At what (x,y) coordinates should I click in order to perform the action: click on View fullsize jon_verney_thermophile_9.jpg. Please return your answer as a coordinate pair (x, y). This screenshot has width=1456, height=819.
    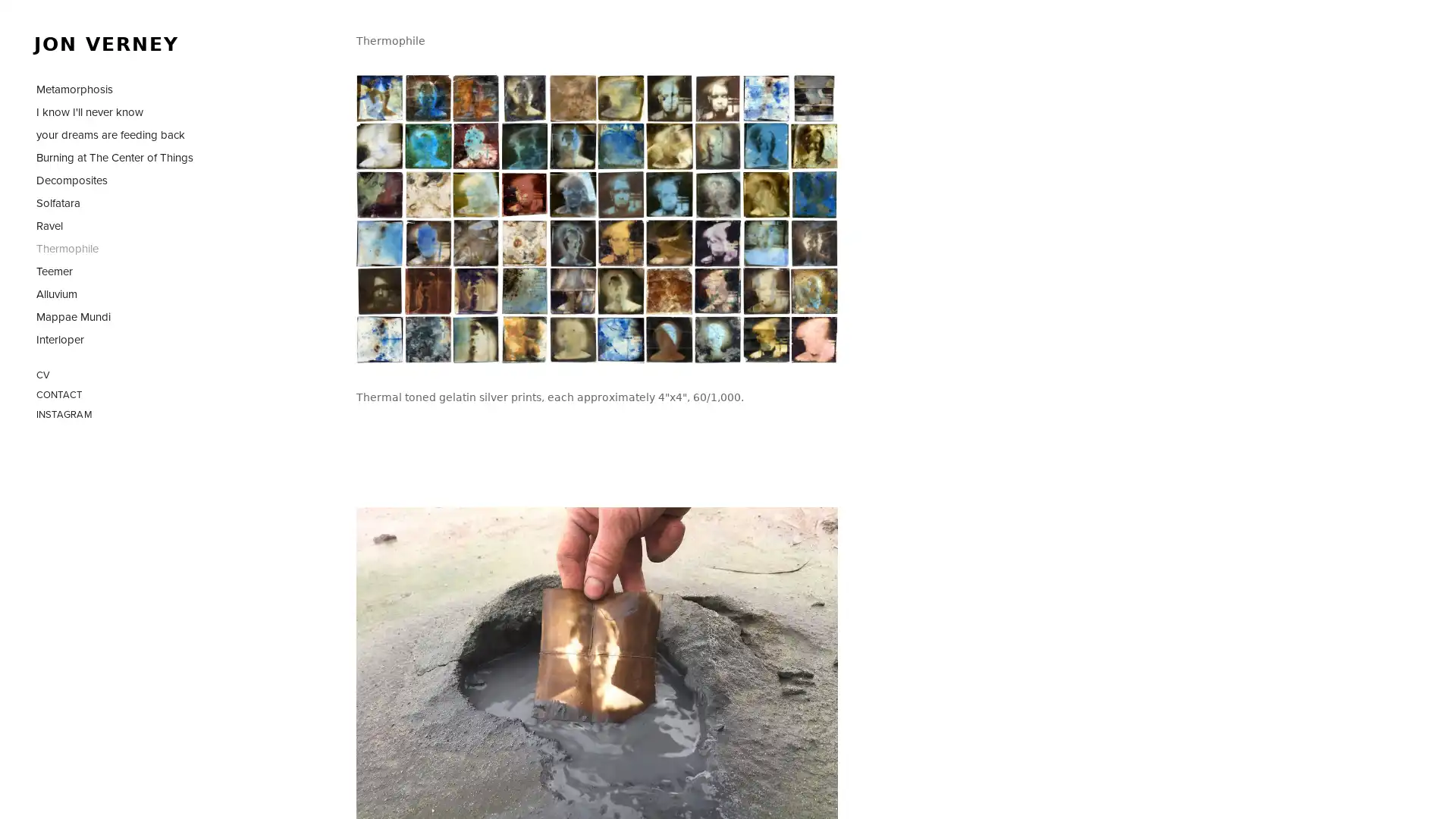
    Looking at the image, I should click on (621, 146).